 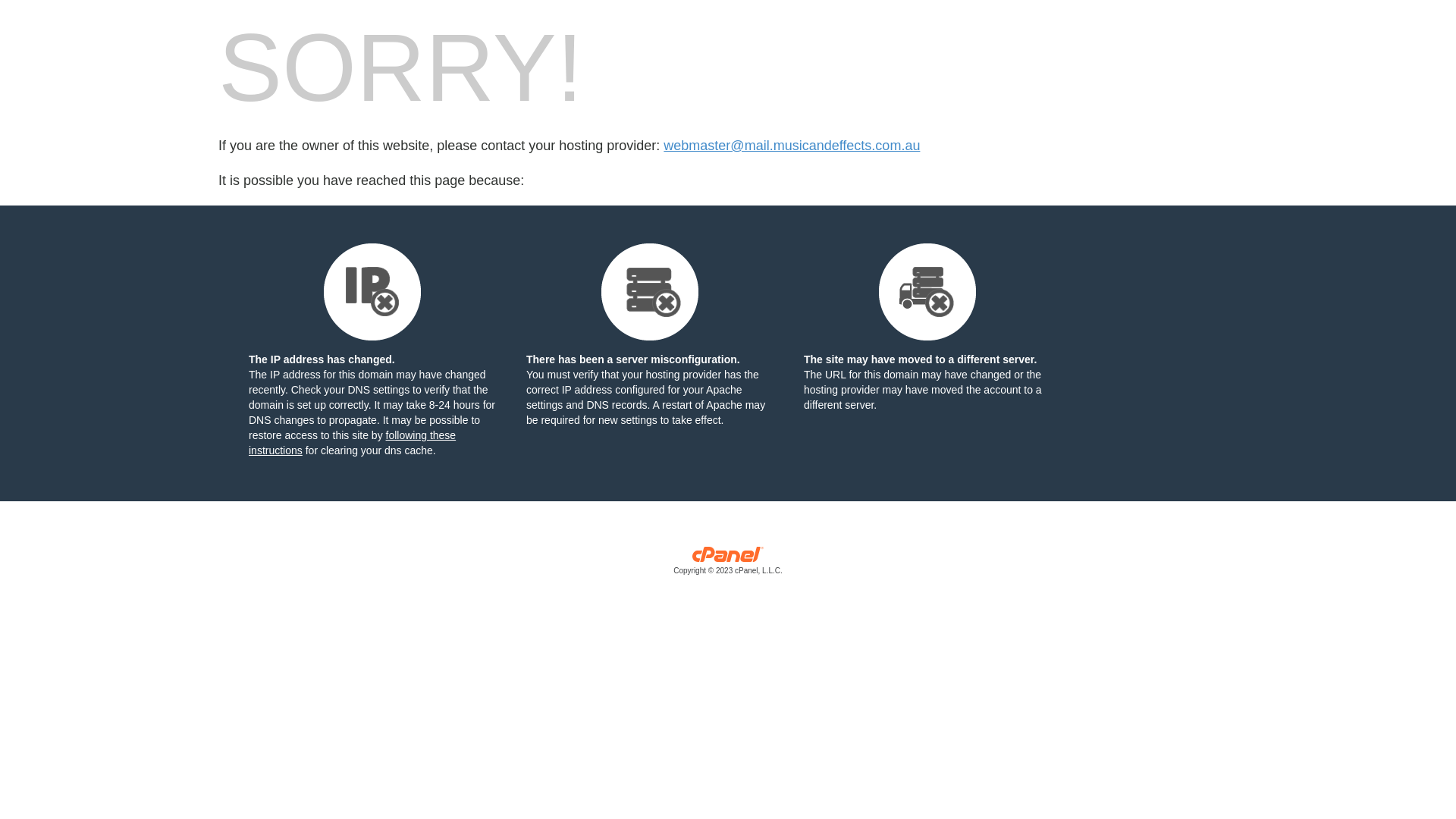 What do you see at coordinates (790, 146) in the screenshot?
I see `'webmaster@mail.musicandeffects.com.au'` at bounding box center [790, 146].